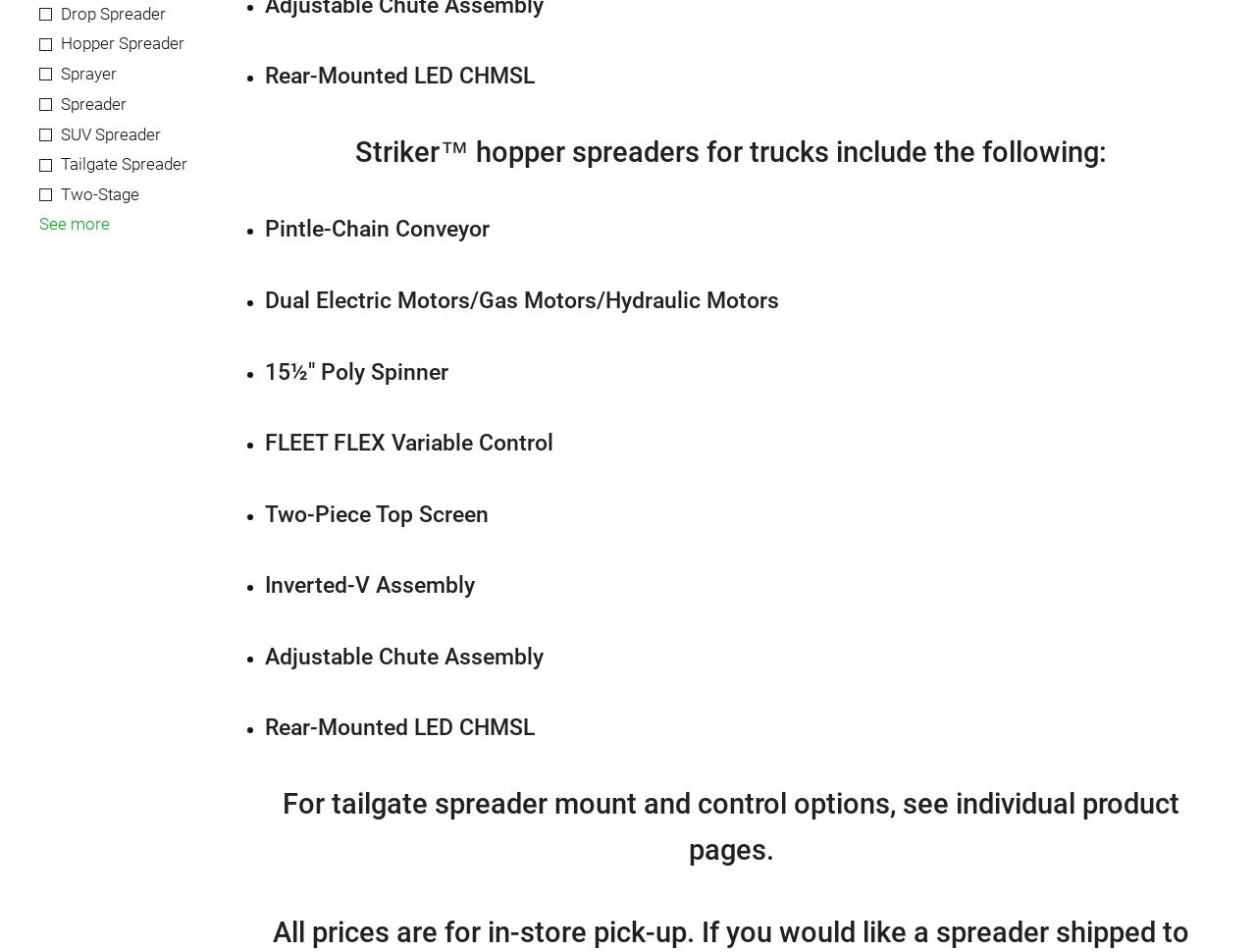 This screenshot has width=1256, height=952. Describe the element at coordinates (729, 824) in the screenshot. I see `'For tailgate spreader mount and control options, see individual product pages.'` at that location.